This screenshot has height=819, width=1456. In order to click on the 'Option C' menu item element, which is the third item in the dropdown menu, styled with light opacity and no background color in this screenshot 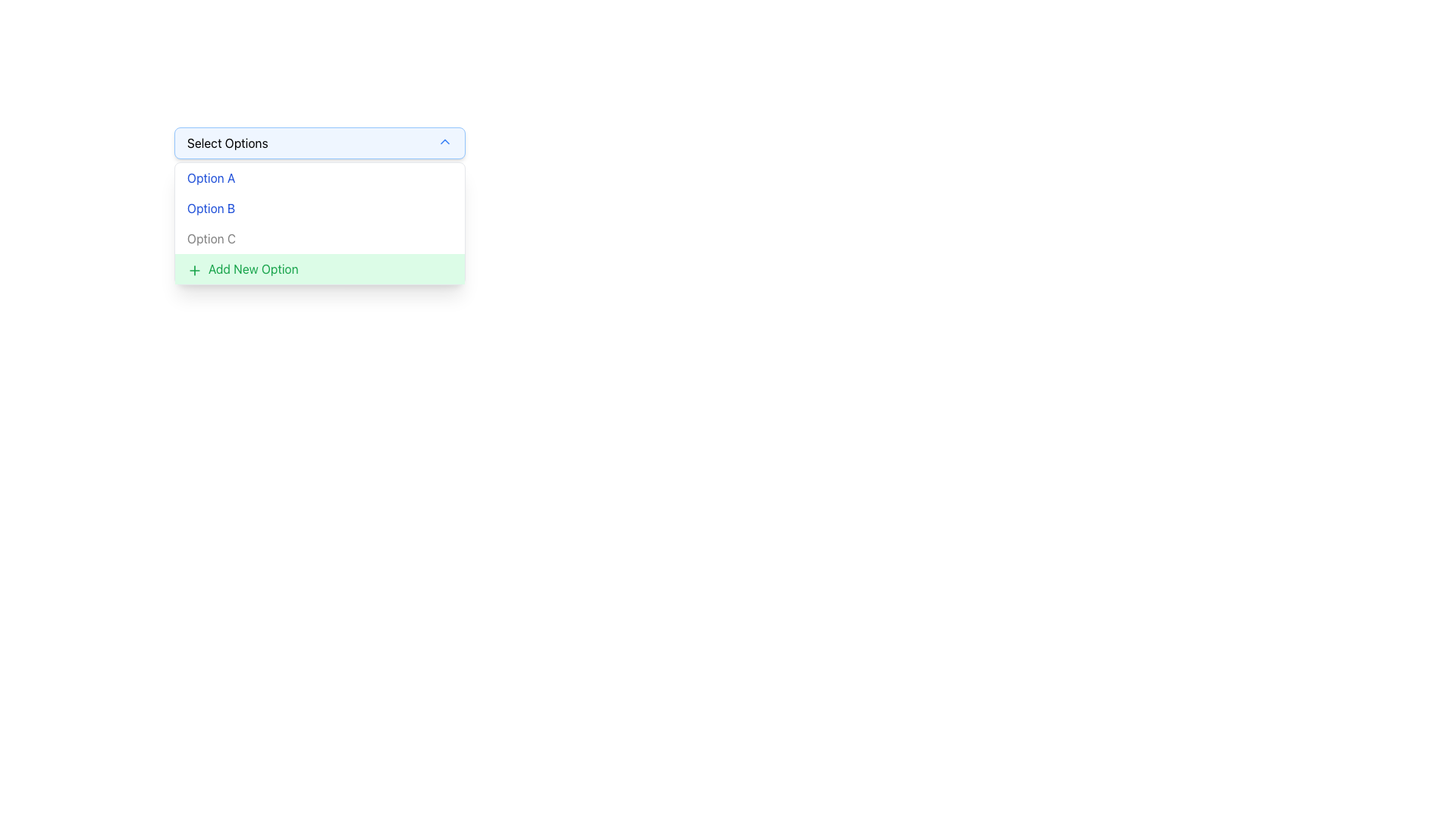, I will do `click(319, 239)`.